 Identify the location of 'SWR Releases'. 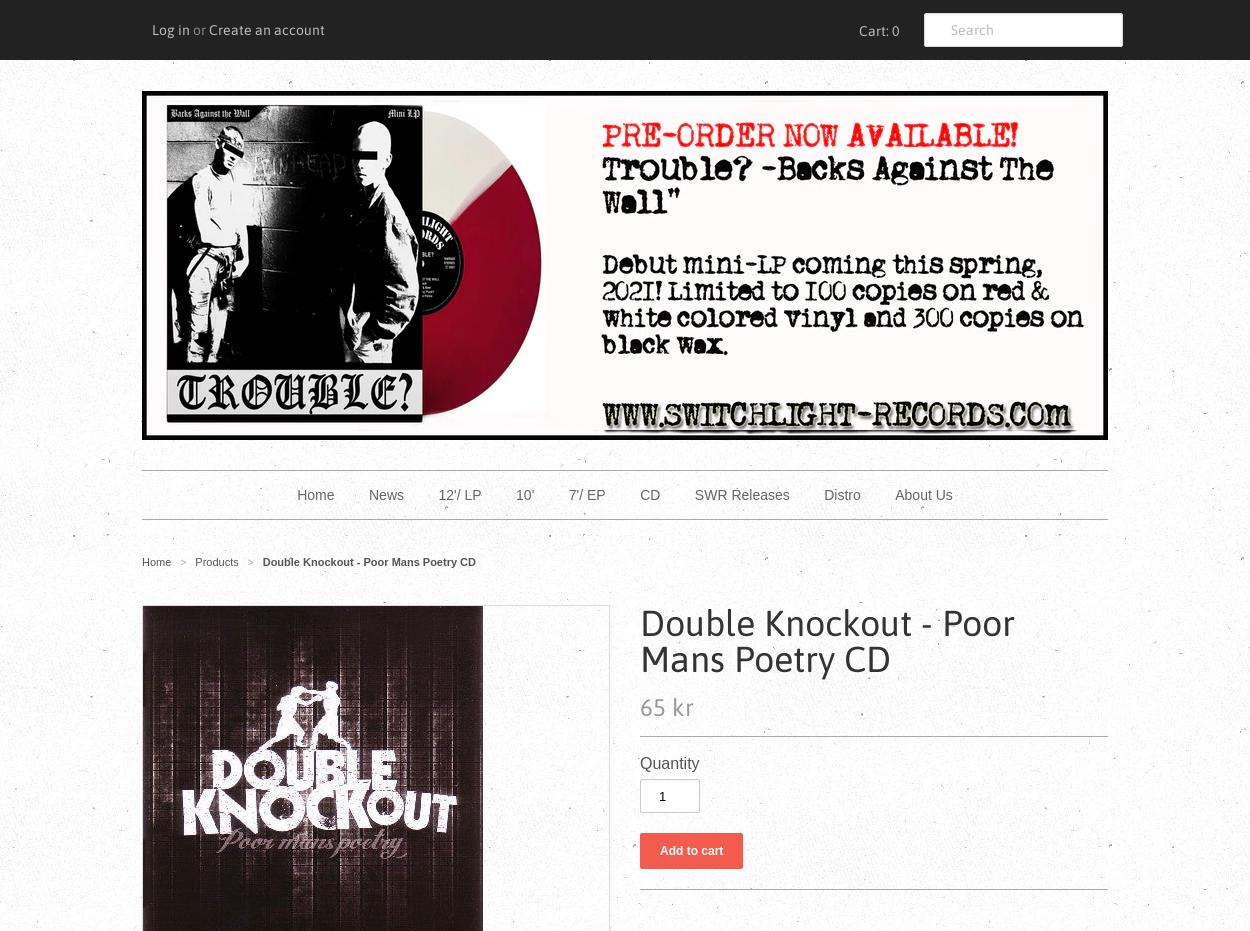
(740, 495).